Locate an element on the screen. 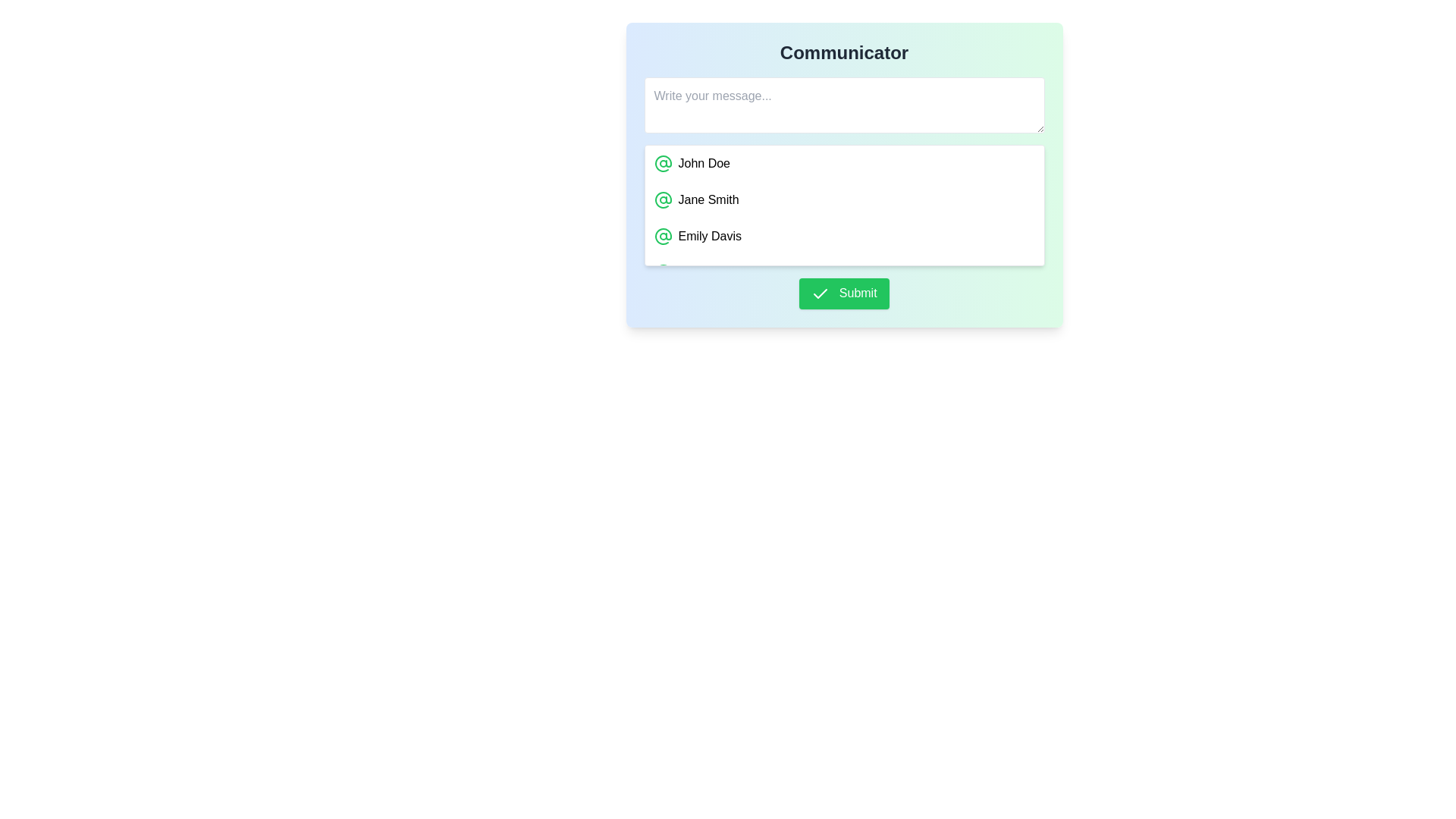 The width and height of the screenshot is (1456, 819). the email icon representing '@' located in the first row of user entries, to the left of 'John Doe' is located at coordinates (663, 164).